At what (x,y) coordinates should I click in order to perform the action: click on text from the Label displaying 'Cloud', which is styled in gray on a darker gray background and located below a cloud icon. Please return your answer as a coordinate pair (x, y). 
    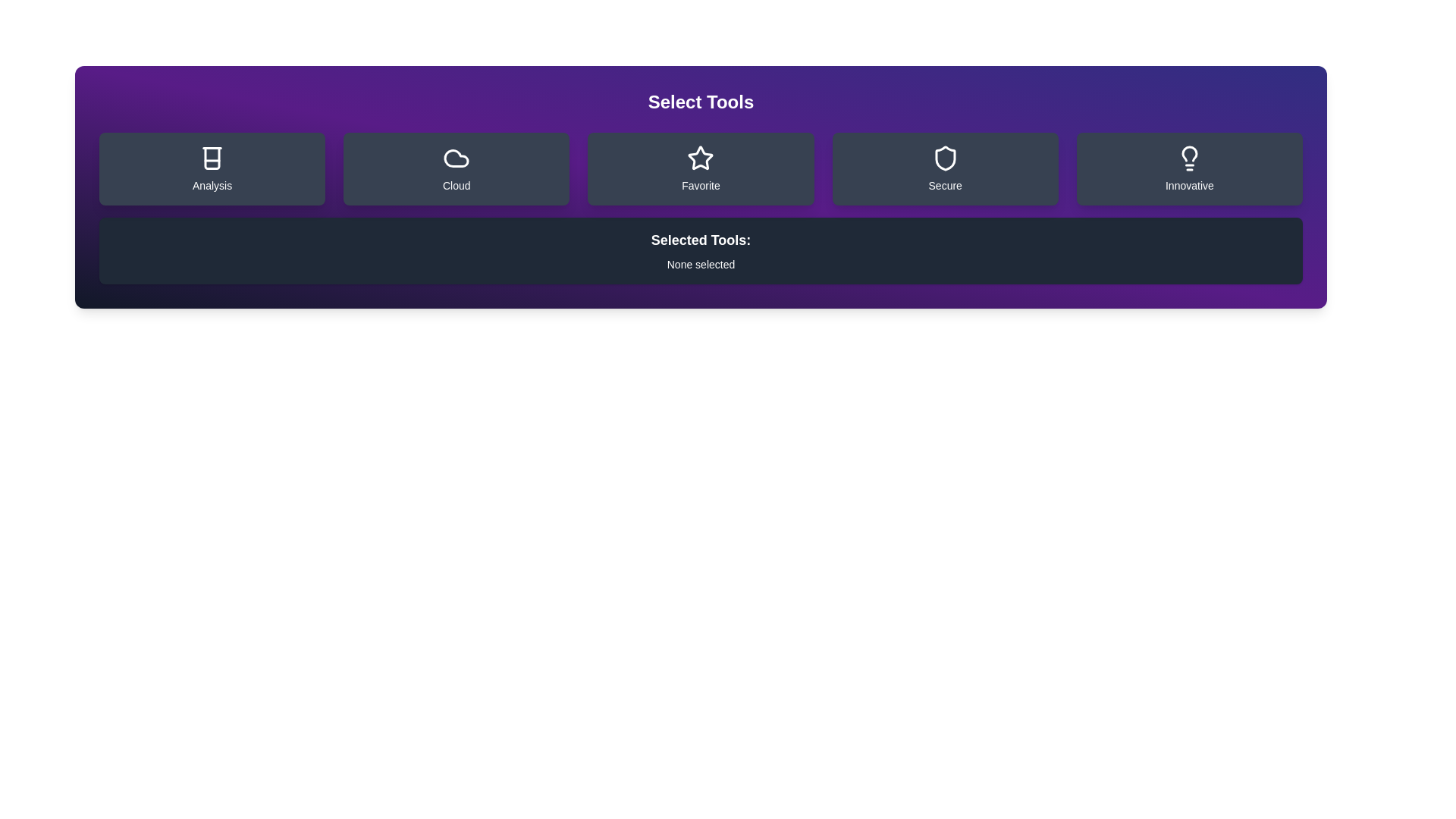
    Looking at the image, I should click on (456, 185).